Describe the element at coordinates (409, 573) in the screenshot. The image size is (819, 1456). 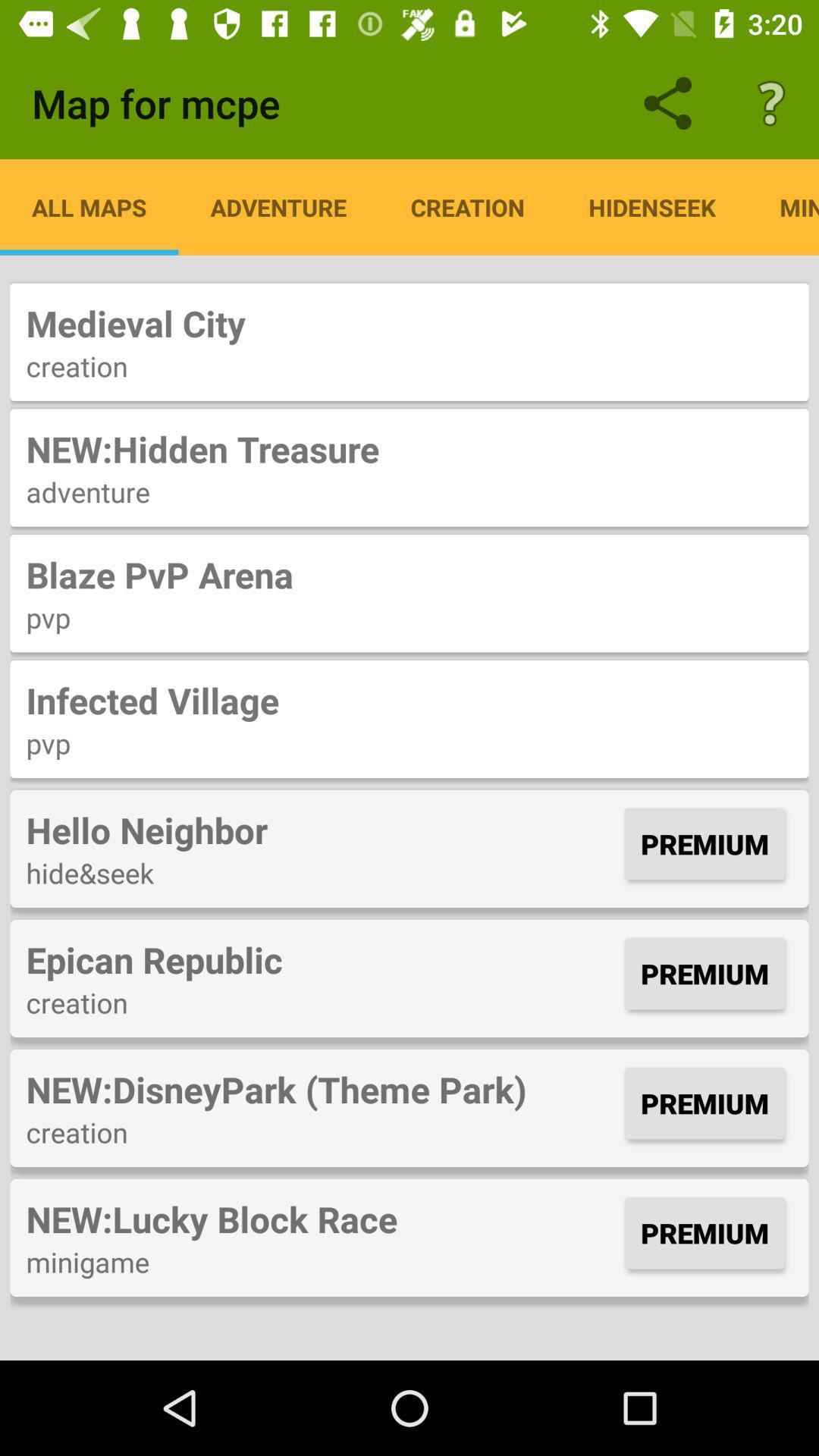
I see `item above pvp` at that location.